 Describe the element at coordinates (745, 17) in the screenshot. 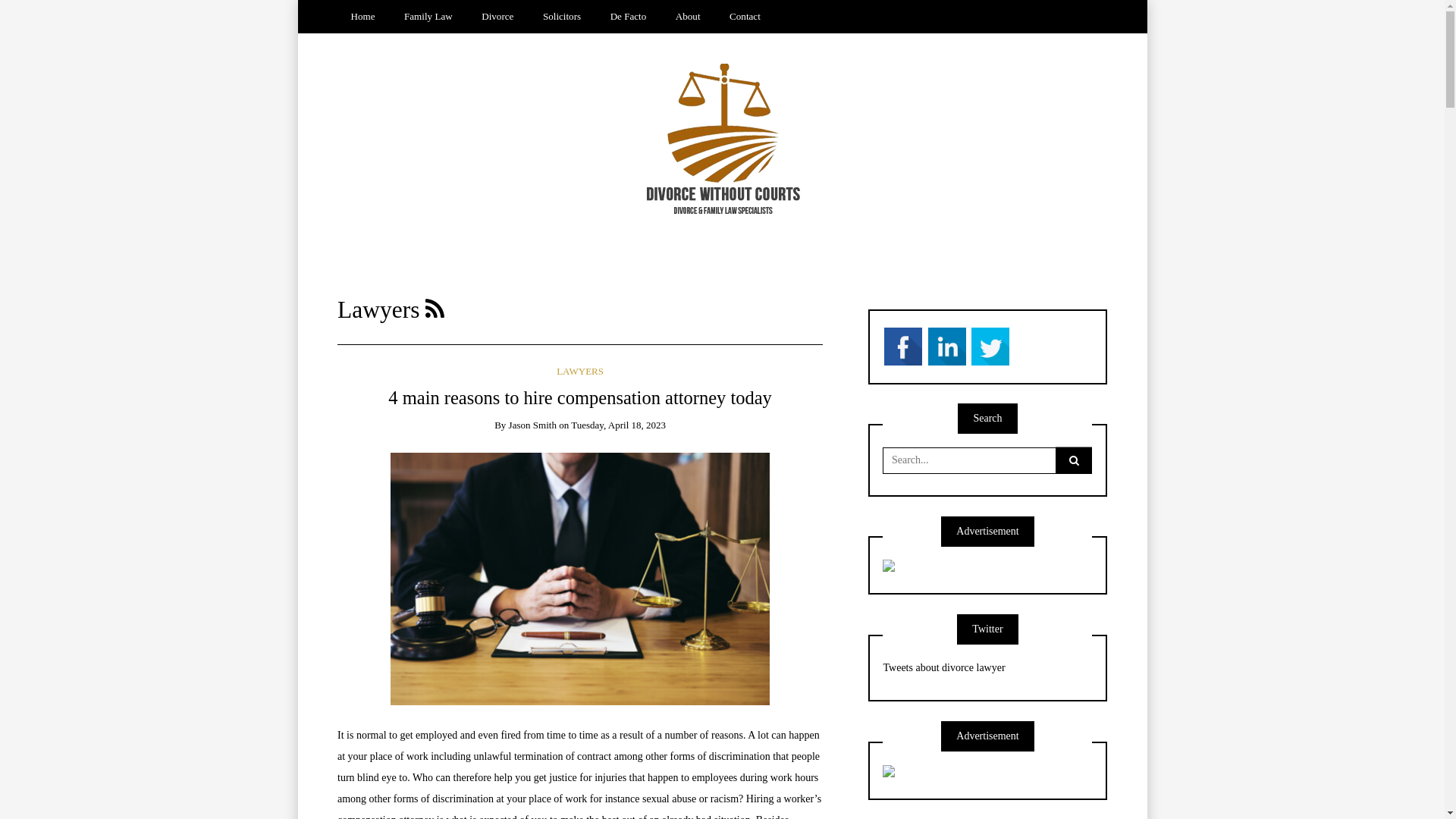

I see `'Contact'` at that location.